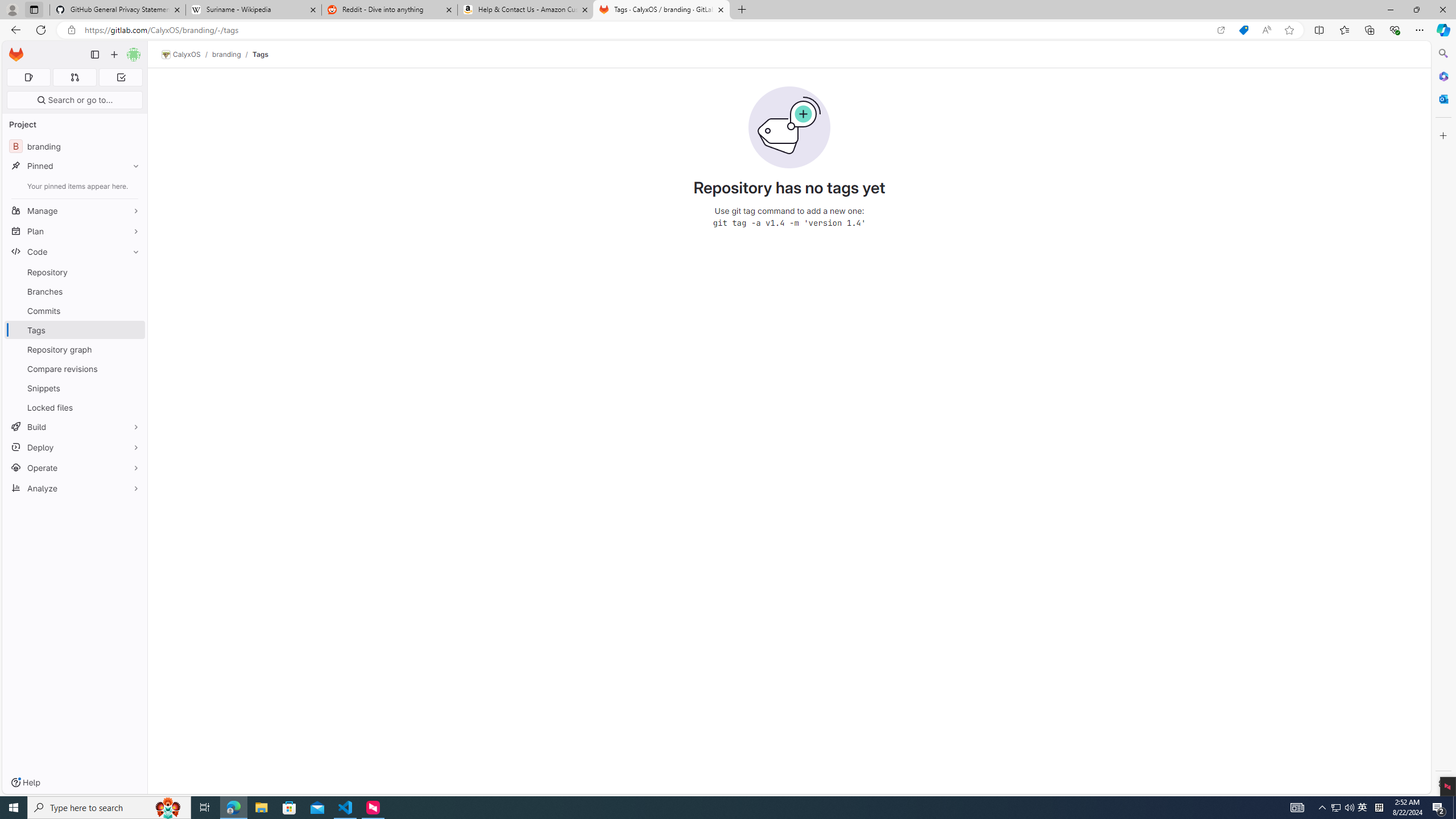 The height and width of the screenshot is (819, 1456). I want to click on 'Help & Contact Us - Amazon Customer Service', so click(526, 9).